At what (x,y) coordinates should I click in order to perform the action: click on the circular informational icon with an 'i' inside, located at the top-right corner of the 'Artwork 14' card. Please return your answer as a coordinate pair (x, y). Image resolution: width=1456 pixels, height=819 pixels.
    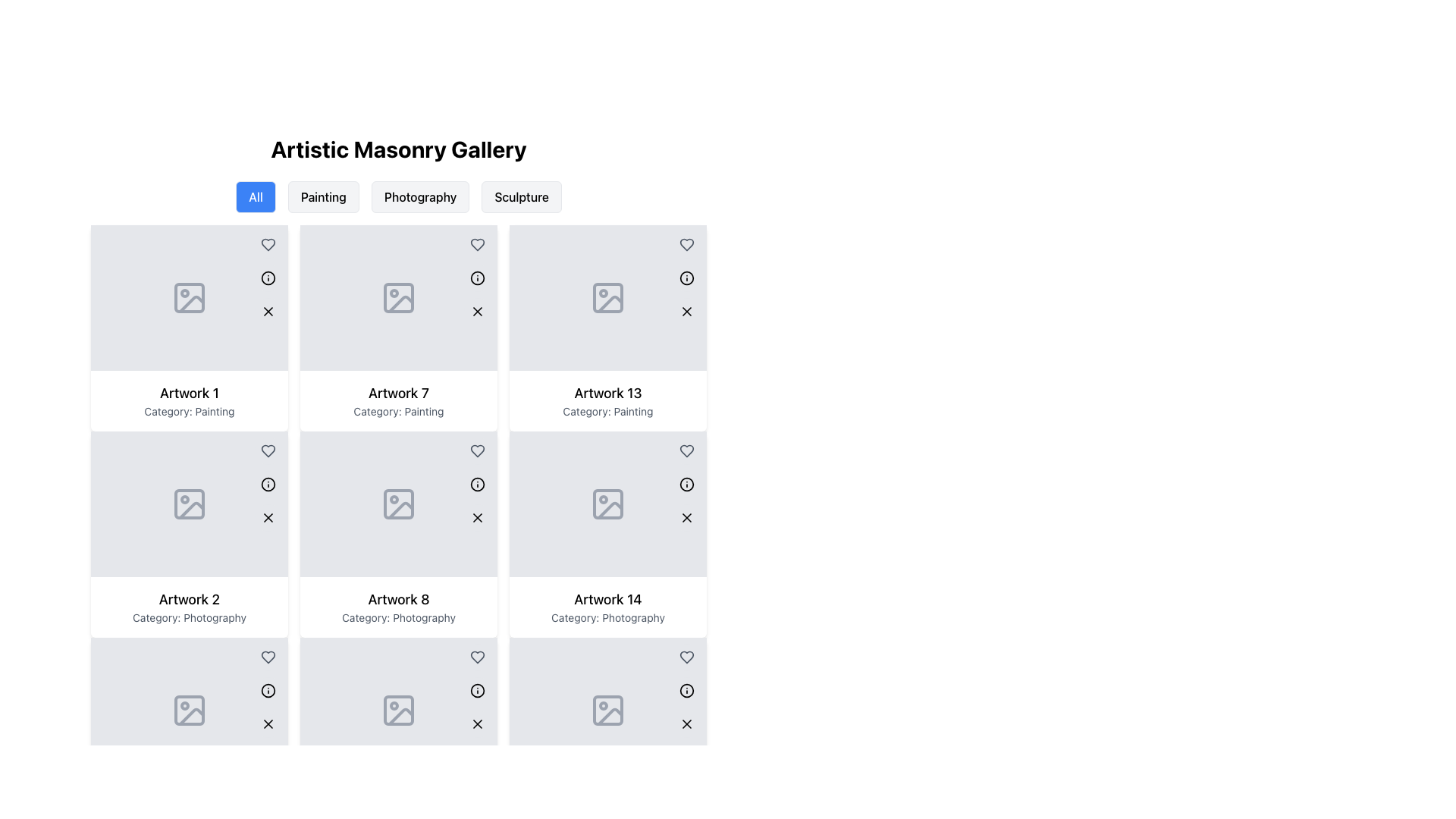
    Looking at the image, I should click on (686, 690).